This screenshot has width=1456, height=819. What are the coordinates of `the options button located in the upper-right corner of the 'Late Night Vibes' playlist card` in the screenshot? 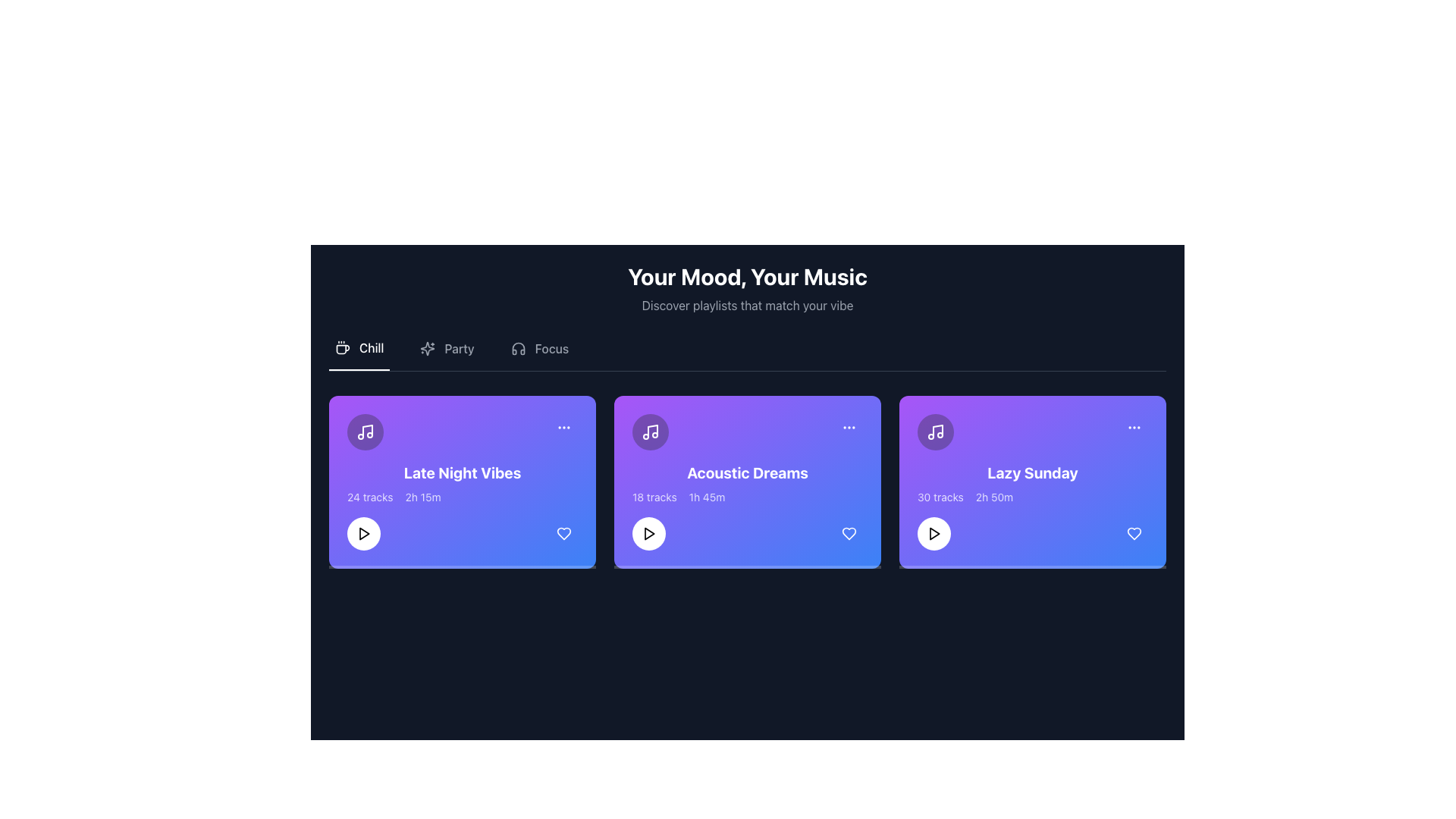 It's located at (563, 427).